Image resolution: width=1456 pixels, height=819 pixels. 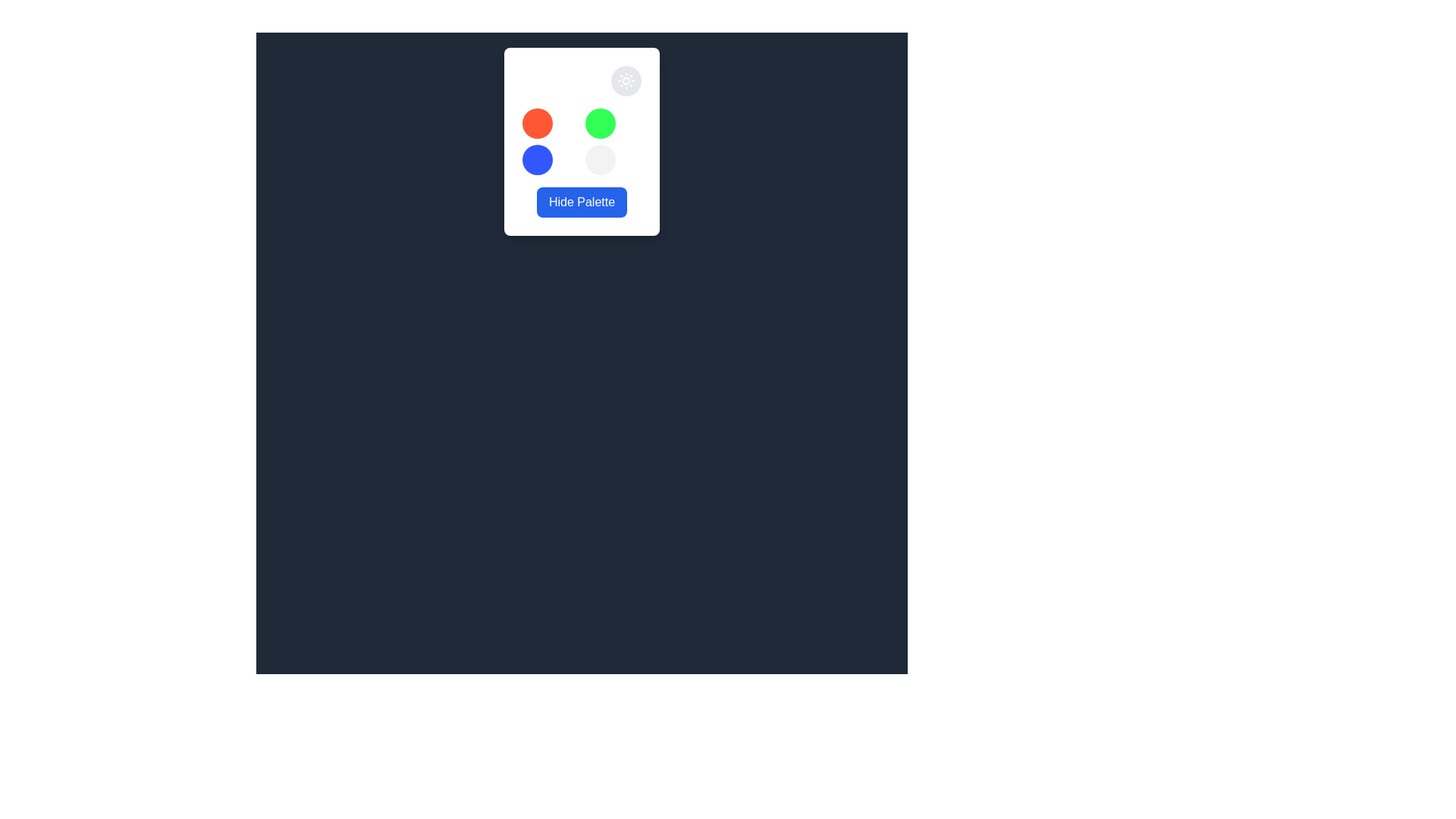 What do you see at coordinates (599, 122) in the screenshot?
I see `the non-interactive circle element located in the top-right position among the four circular elements in the grid layout` at bounding box center [599, 122].